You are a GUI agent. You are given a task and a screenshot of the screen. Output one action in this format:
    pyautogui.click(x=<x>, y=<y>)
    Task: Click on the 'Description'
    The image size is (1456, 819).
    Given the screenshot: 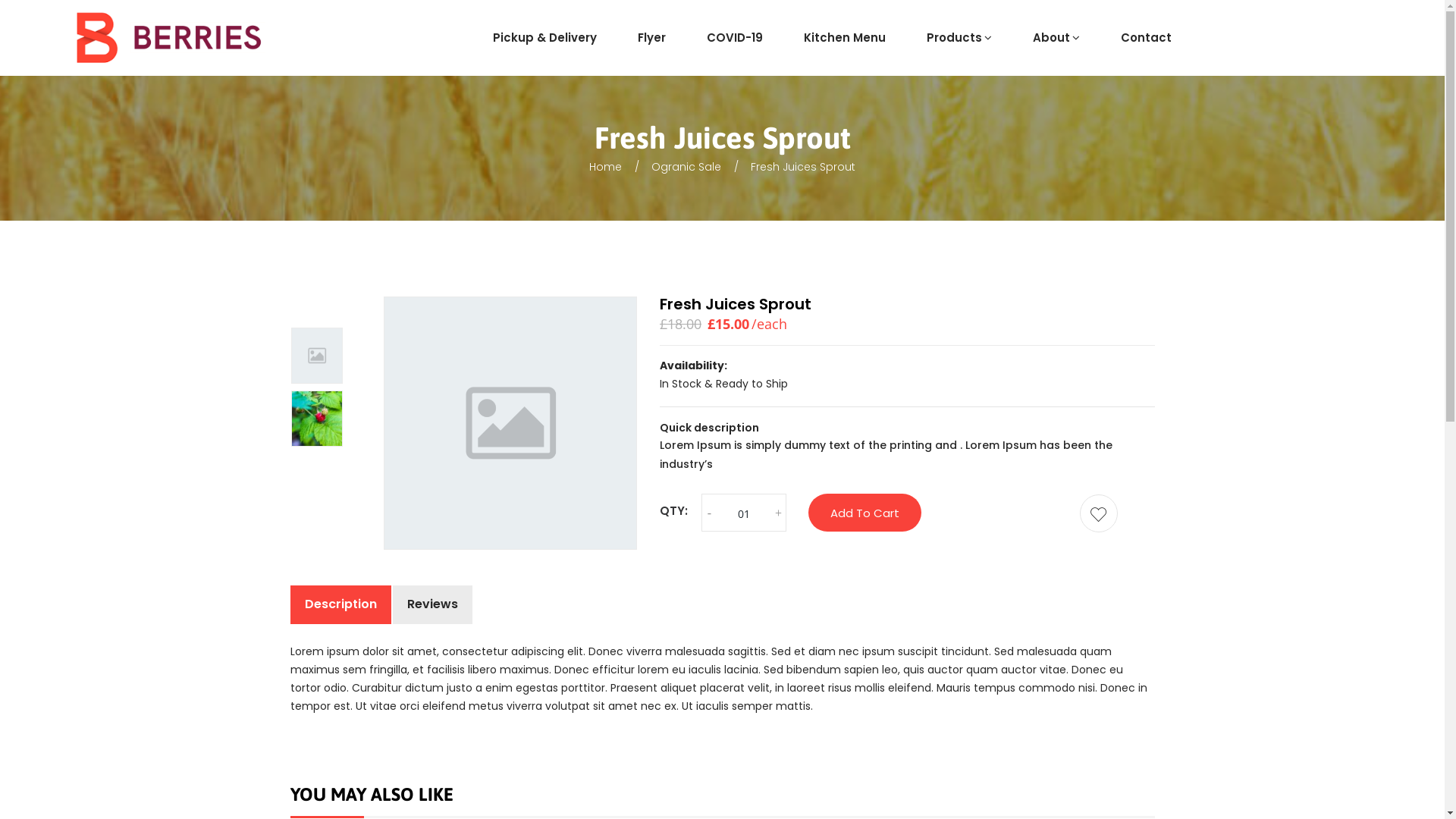 What is the action you would take?
    pyautogui.click(x=290, y=604)
    